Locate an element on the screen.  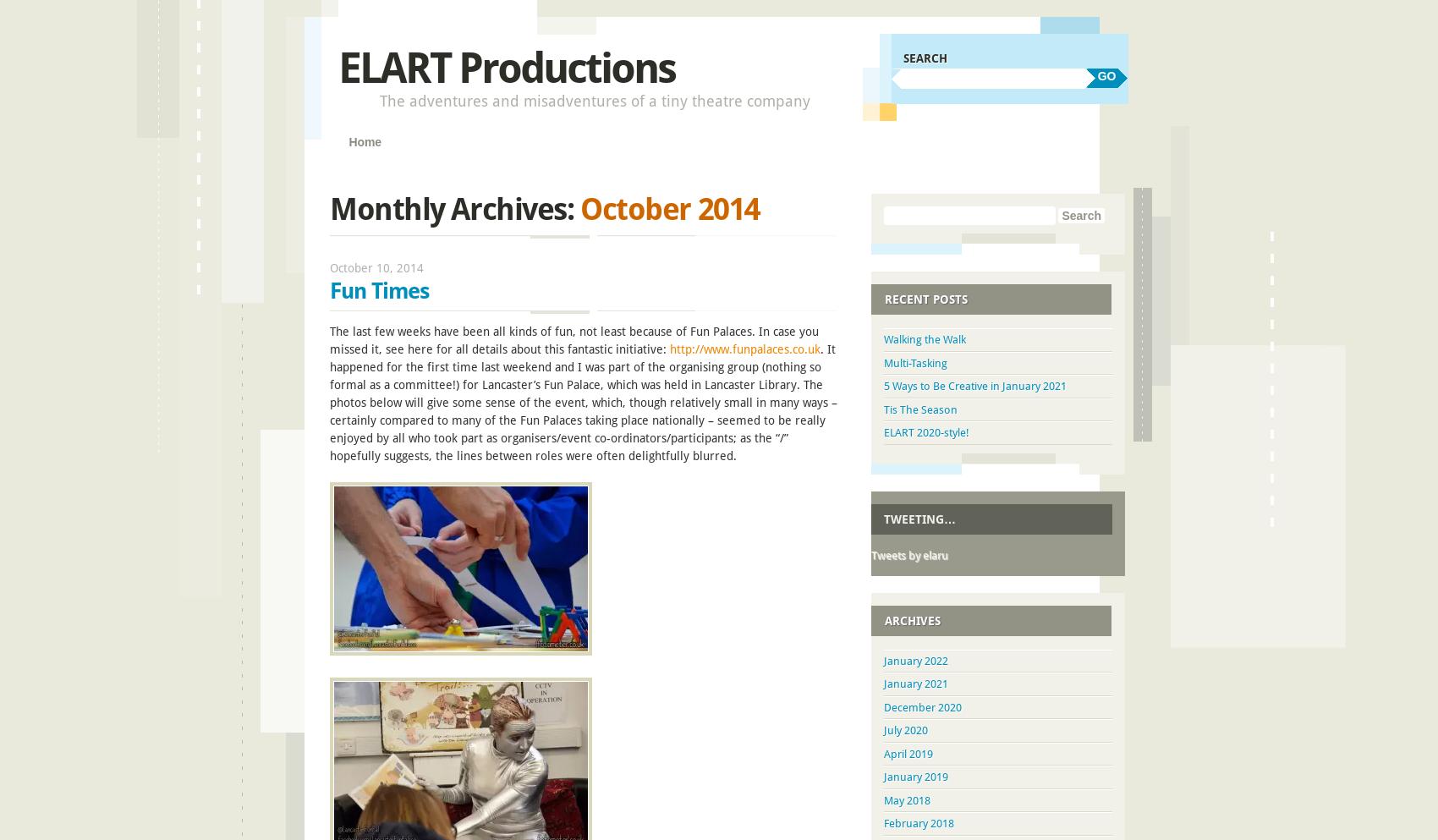
'GO' is located at coordinates (1106, 74).